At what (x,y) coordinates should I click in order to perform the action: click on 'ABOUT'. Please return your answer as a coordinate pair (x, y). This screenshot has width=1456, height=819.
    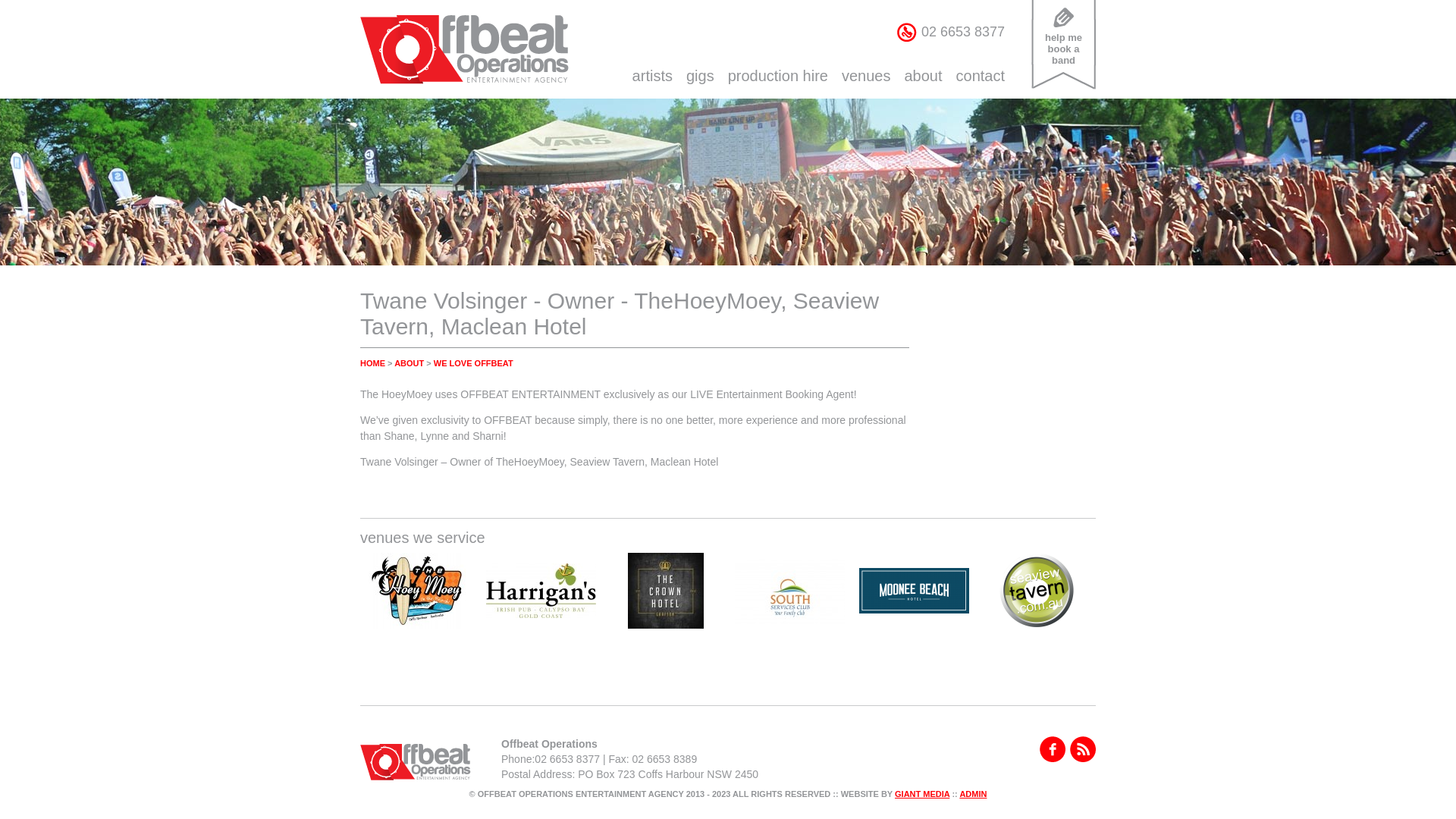
    Looking at the image, I should click on (409, 362).